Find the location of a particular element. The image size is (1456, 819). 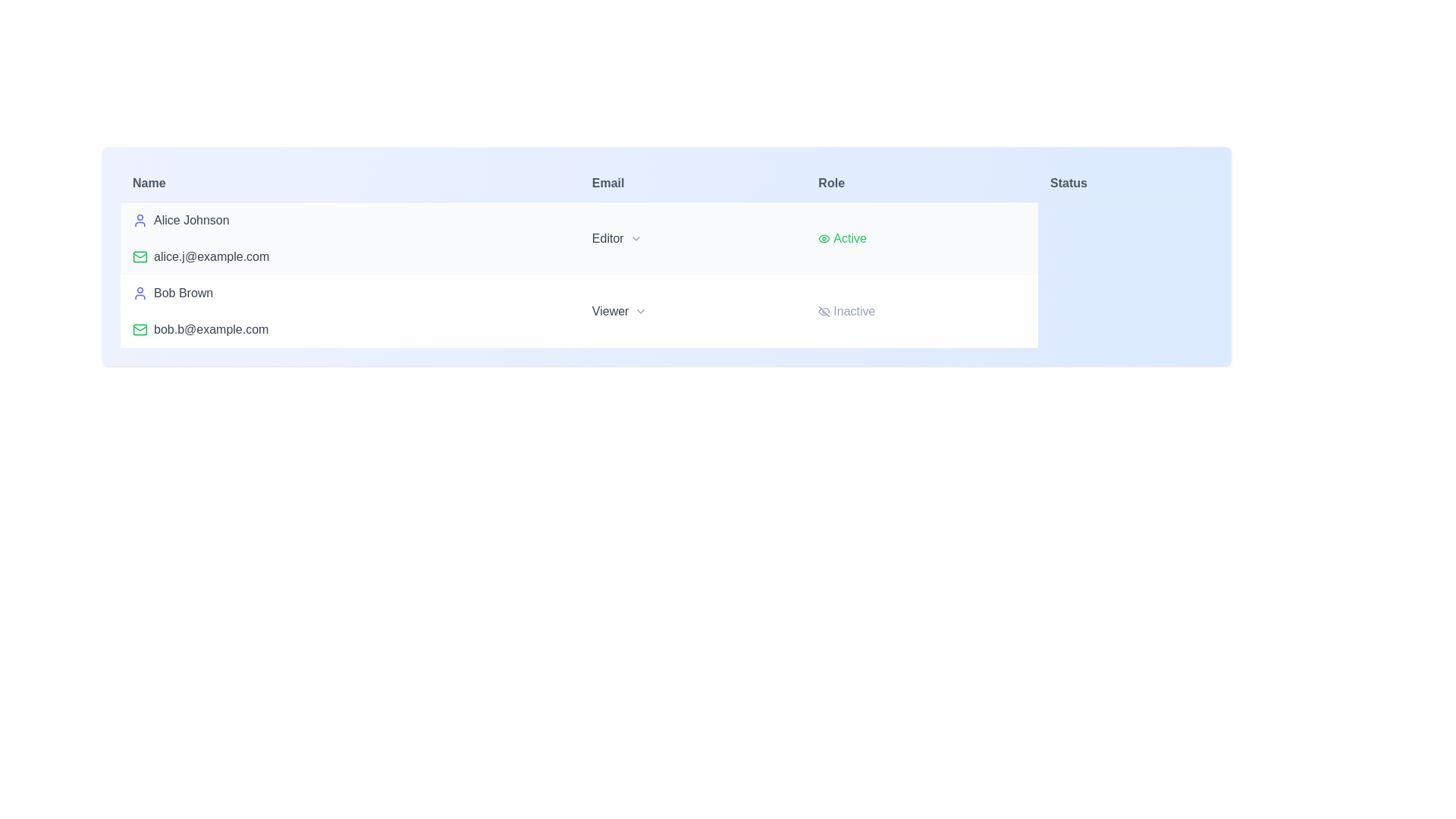

the eye icon with a slash representing 'Inactive' next to the user 'Bob Brown' in the Role column of the table is located at coordinates (824, 311).